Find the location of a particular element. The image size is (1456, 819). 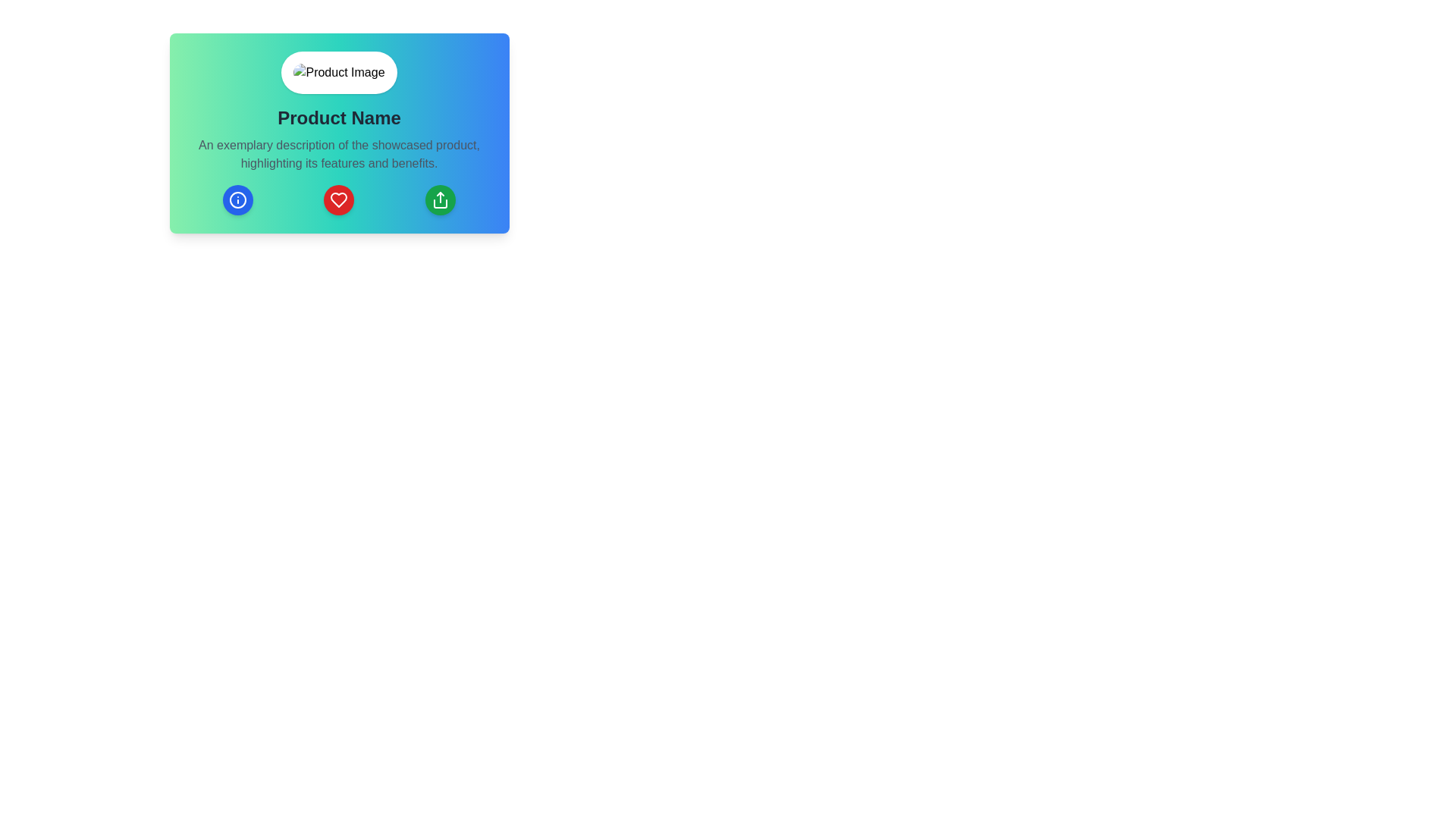

the 'share' or 'upload' button located in the bottom-right corner of the card section, which is the rightmost button of three rounded buttons is located at coordinates (439, 199).